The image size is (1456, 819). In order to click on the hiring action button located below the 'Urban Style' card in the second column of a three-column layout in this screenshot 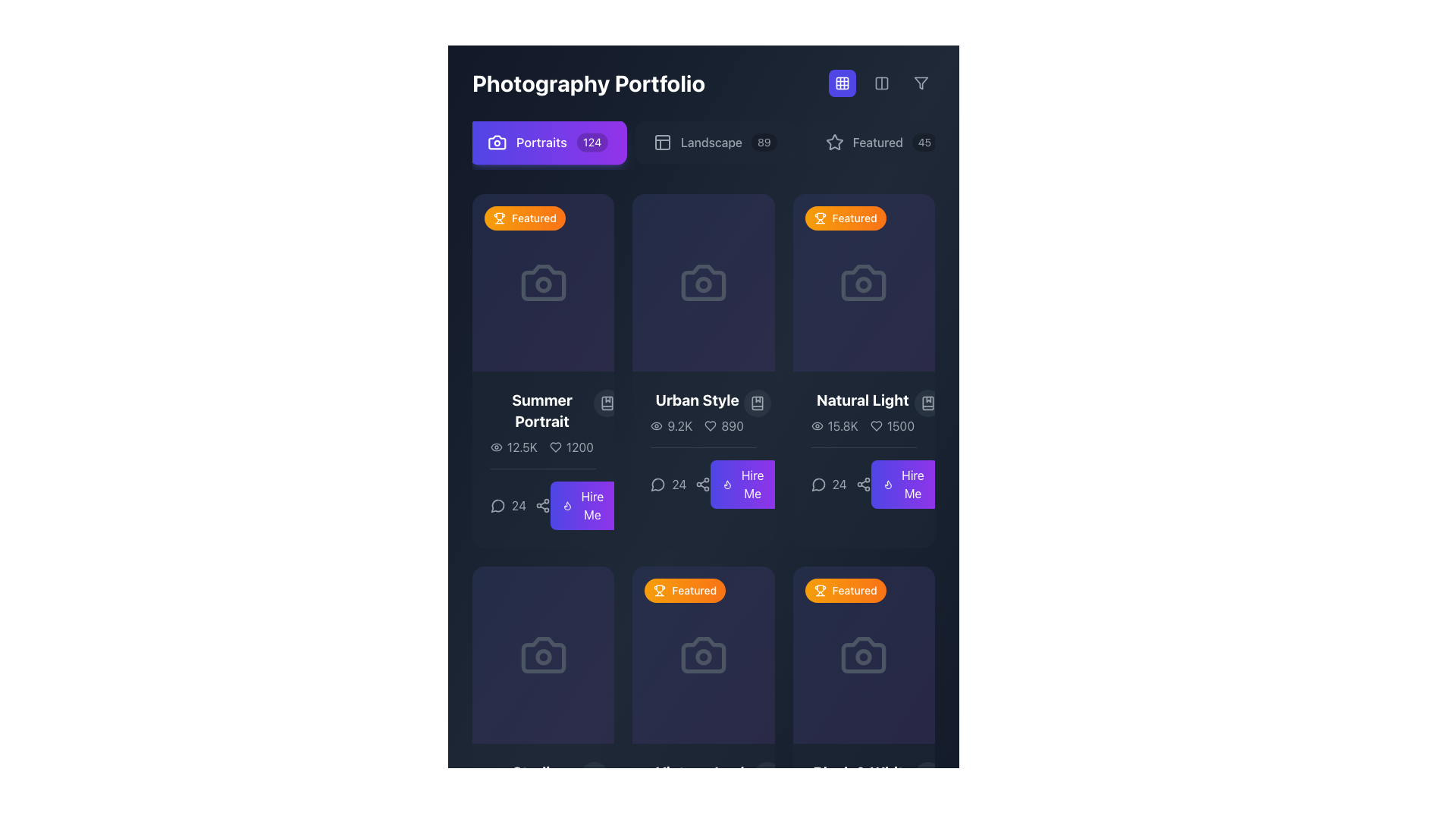, I will do `click(583, 506)`.